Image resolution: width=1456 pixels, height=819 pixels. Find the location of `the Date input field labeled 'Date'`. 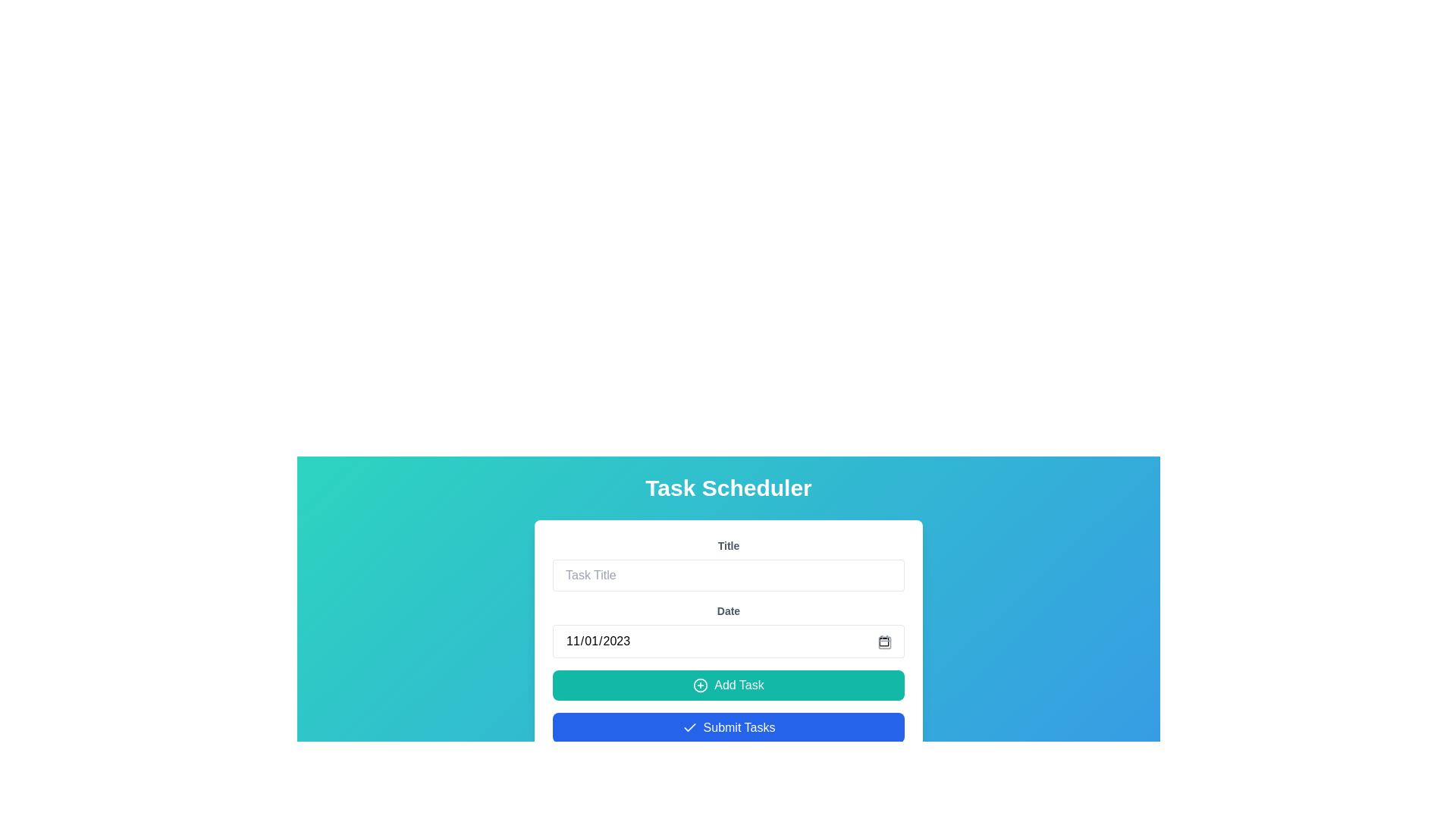

the Date input field labeled 'Date' is located at coordinates (728, 631).